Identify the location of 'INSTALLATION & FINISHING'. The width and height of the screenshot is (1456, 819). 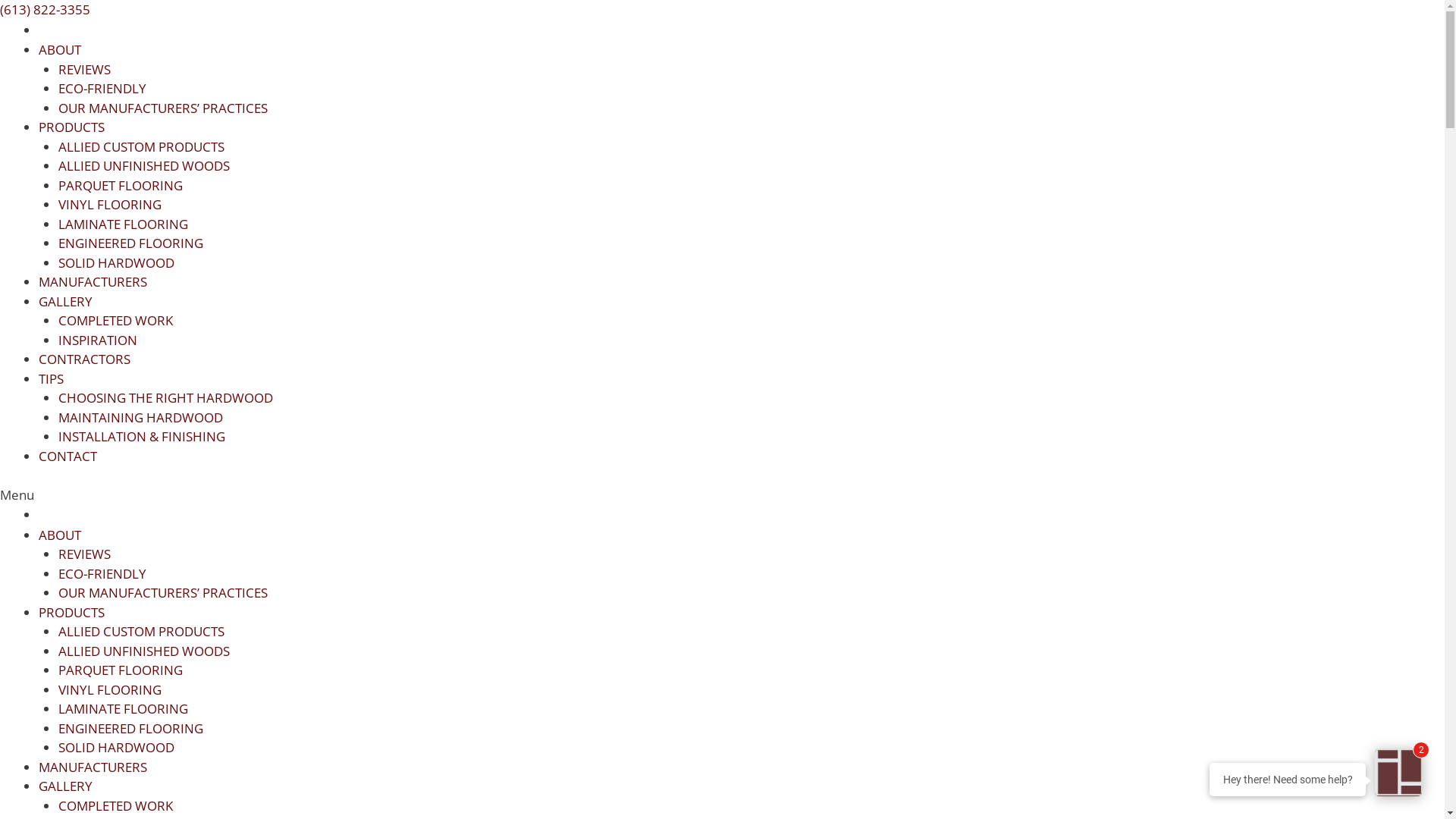
(141, 436).